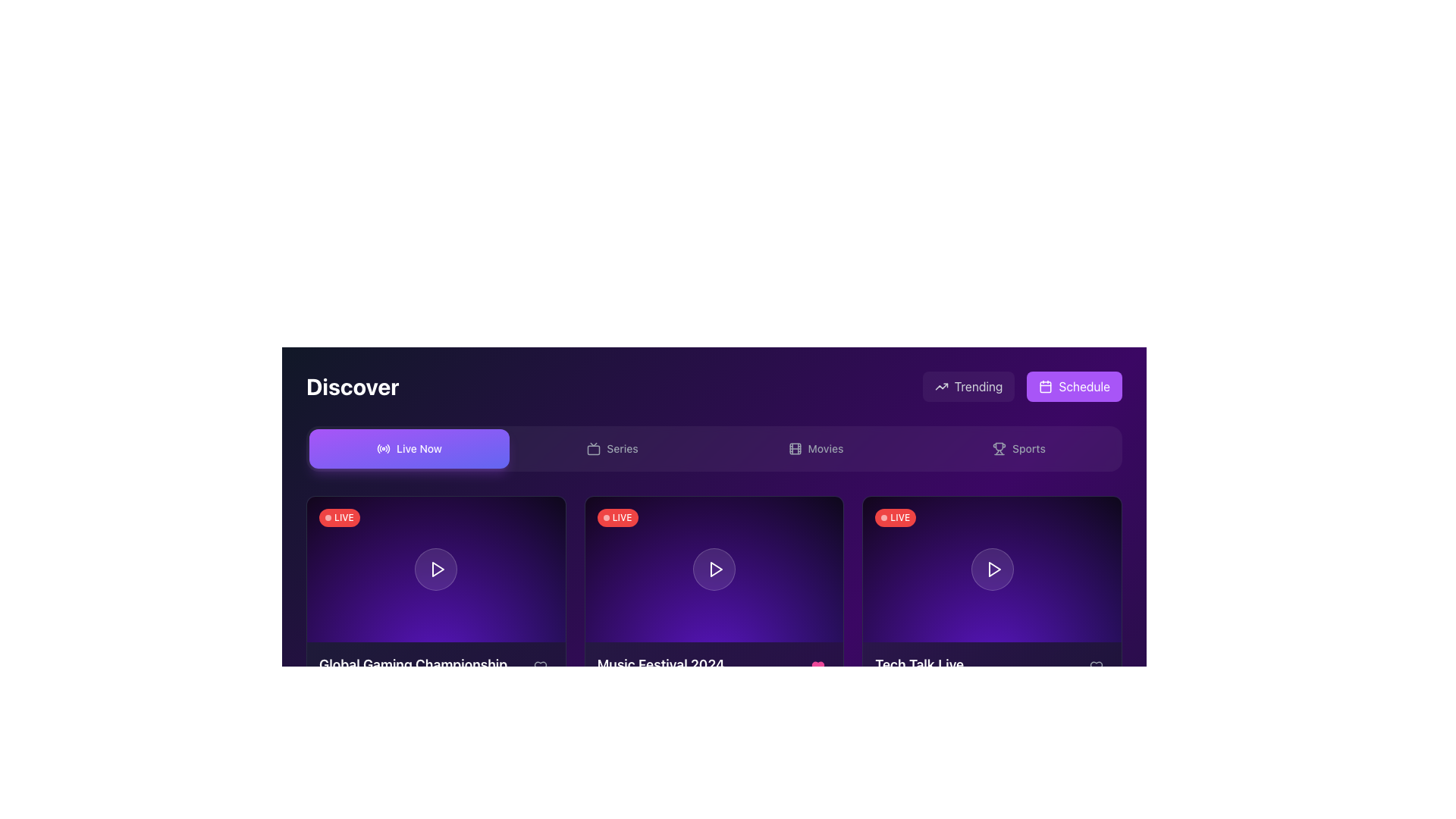  Describe the element at coordinates (940, 385) in the screenshot. I see `graphical indicator icon within the SVG component associated with the 'Trending' button located in the upper-right portion of the interface` at that location.